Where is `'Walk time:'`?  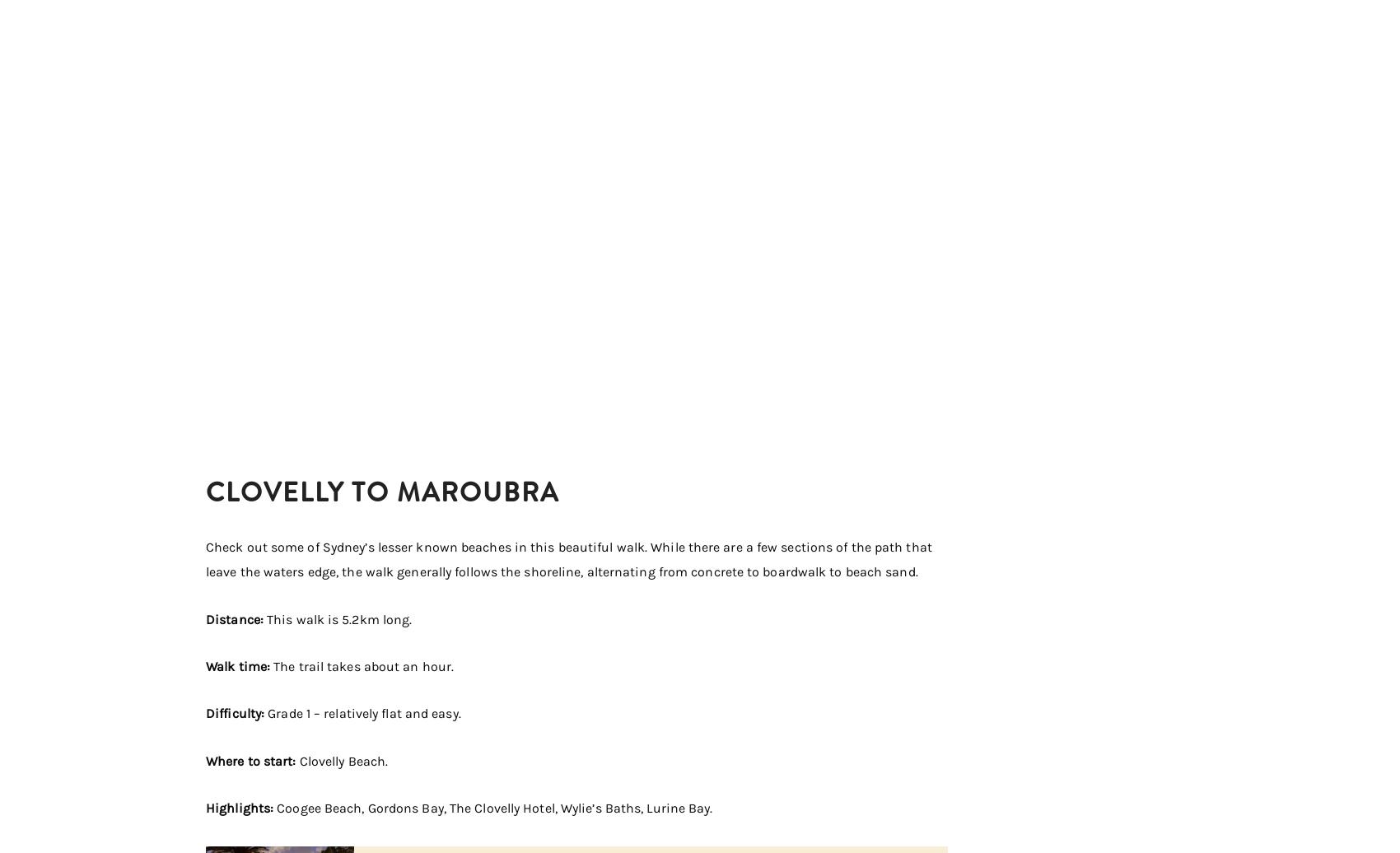 'Walk time:' is located at coordinates (240, 666).